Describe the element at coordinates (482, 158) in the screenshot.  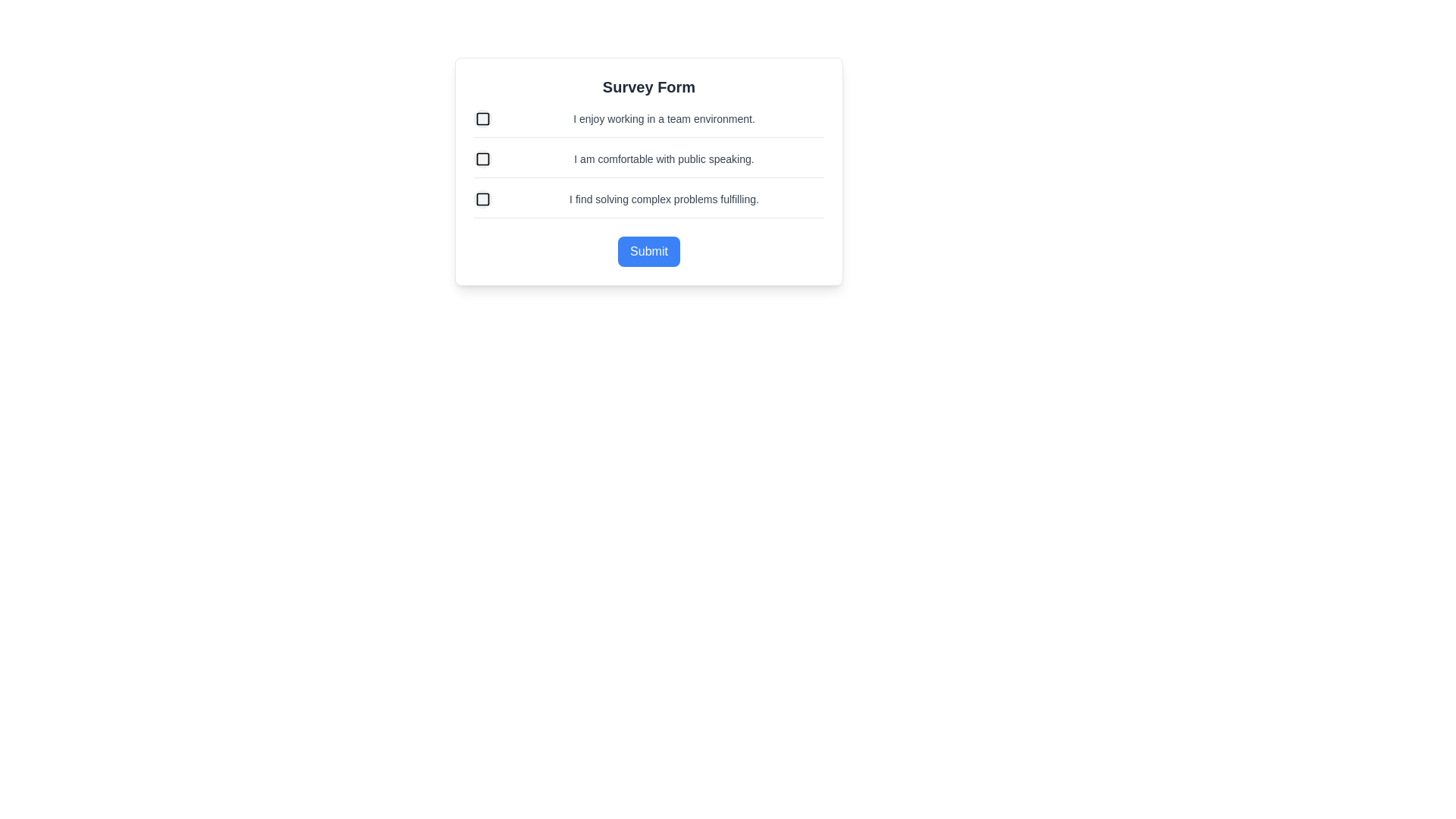
I see `the toggle button for the 'I am comfortable with public speaking' question to change its selection state` at that location.